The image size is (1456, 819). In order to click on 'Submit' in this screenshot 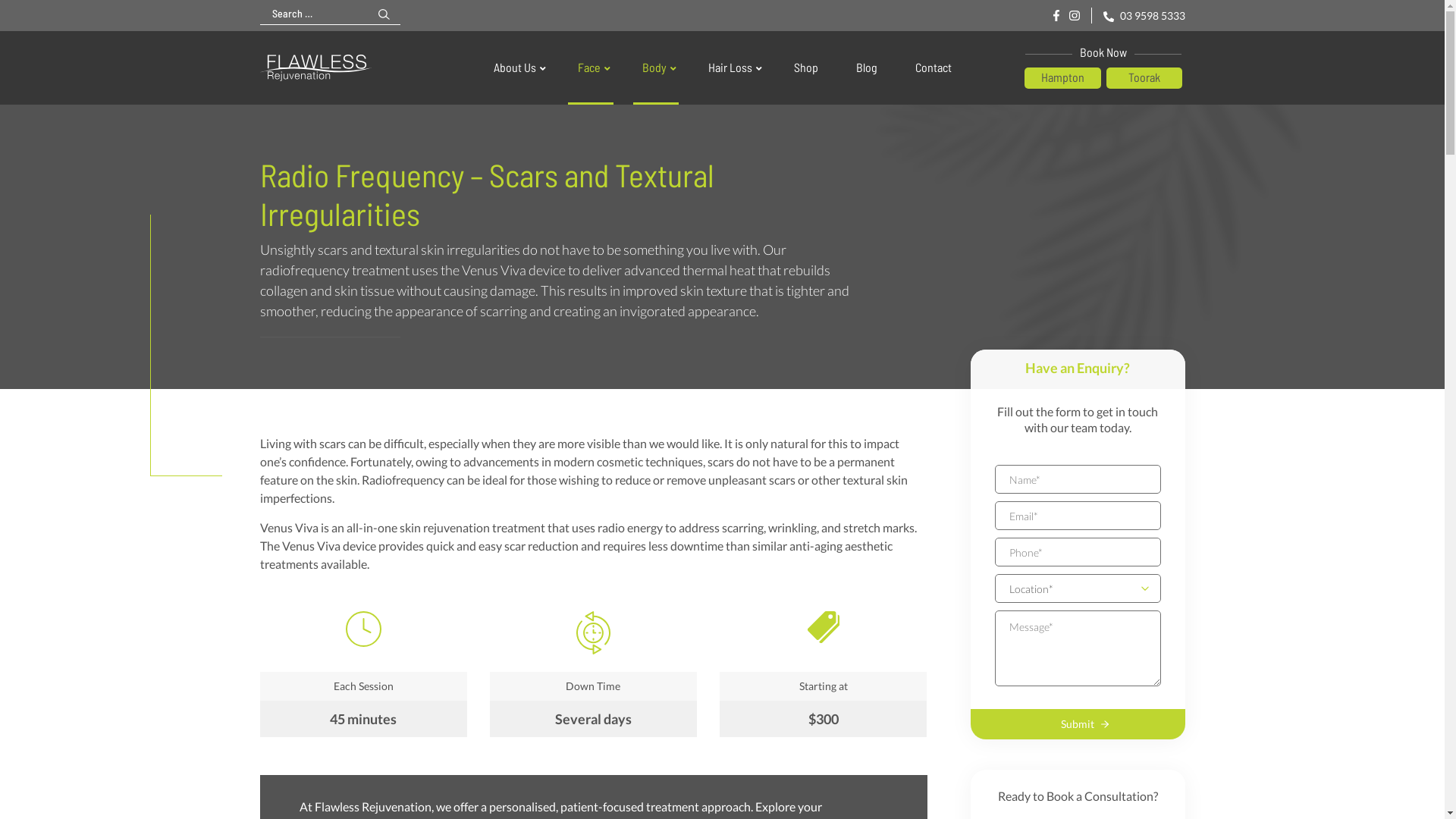, I will do `click(1077, 723)`.